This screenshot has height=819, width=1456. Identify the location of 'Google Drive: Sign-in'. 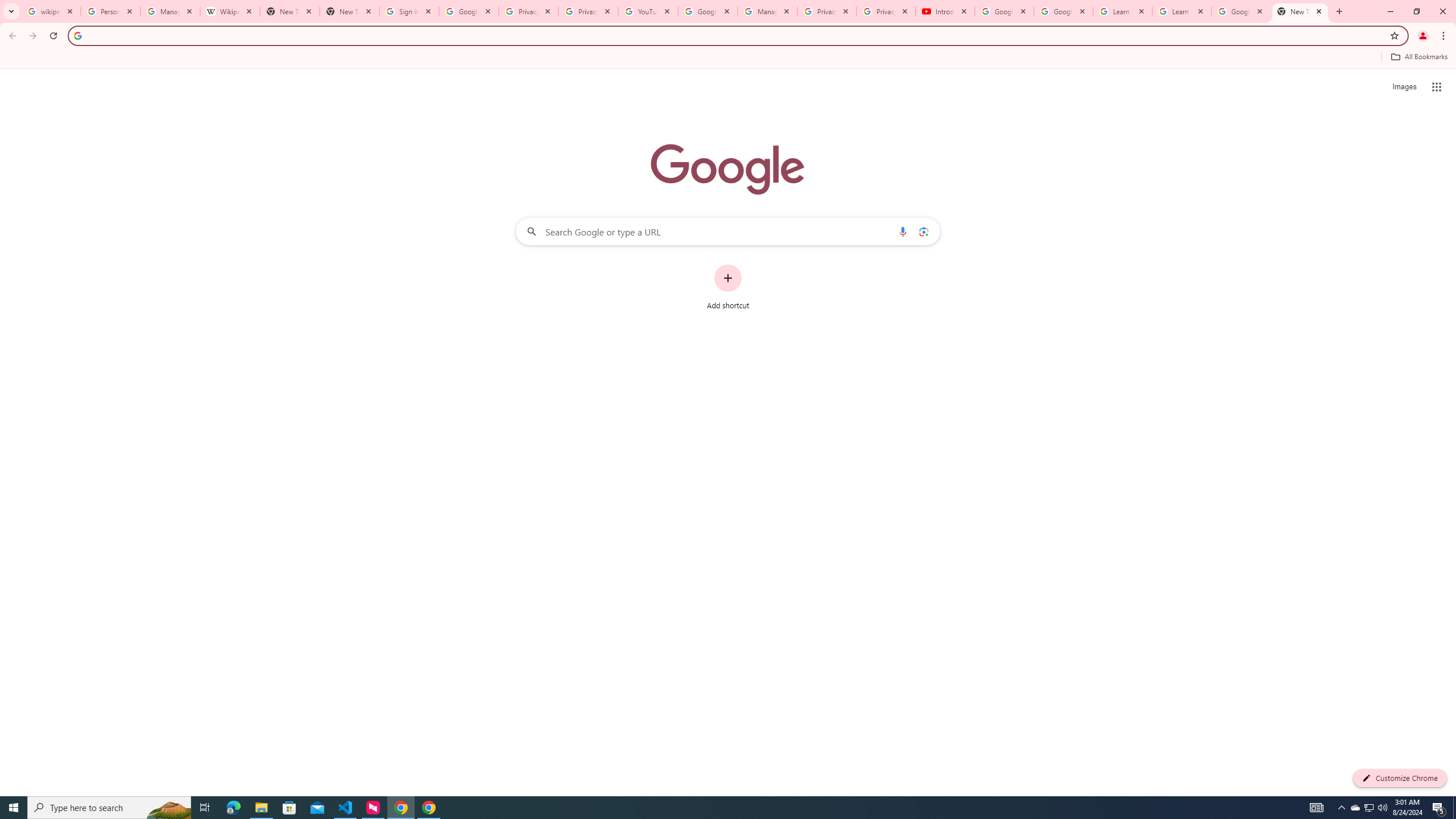
(468, 11).